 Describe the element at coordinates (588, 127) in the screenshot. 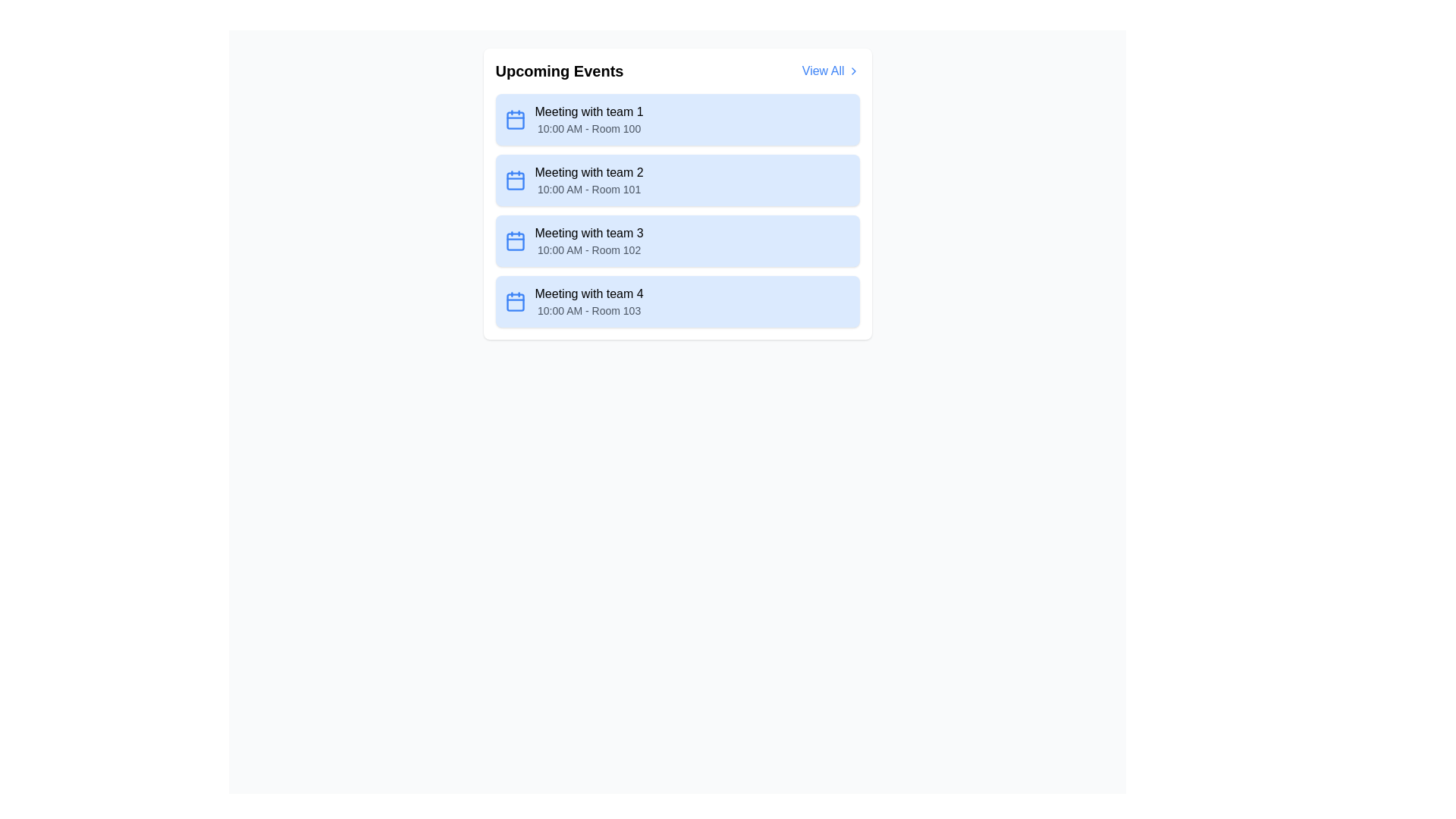

I see `text label providing additional information about the timing and location of the event, located below the title 'Meeting with team 1' in the first event card of a vertical list` at that location.